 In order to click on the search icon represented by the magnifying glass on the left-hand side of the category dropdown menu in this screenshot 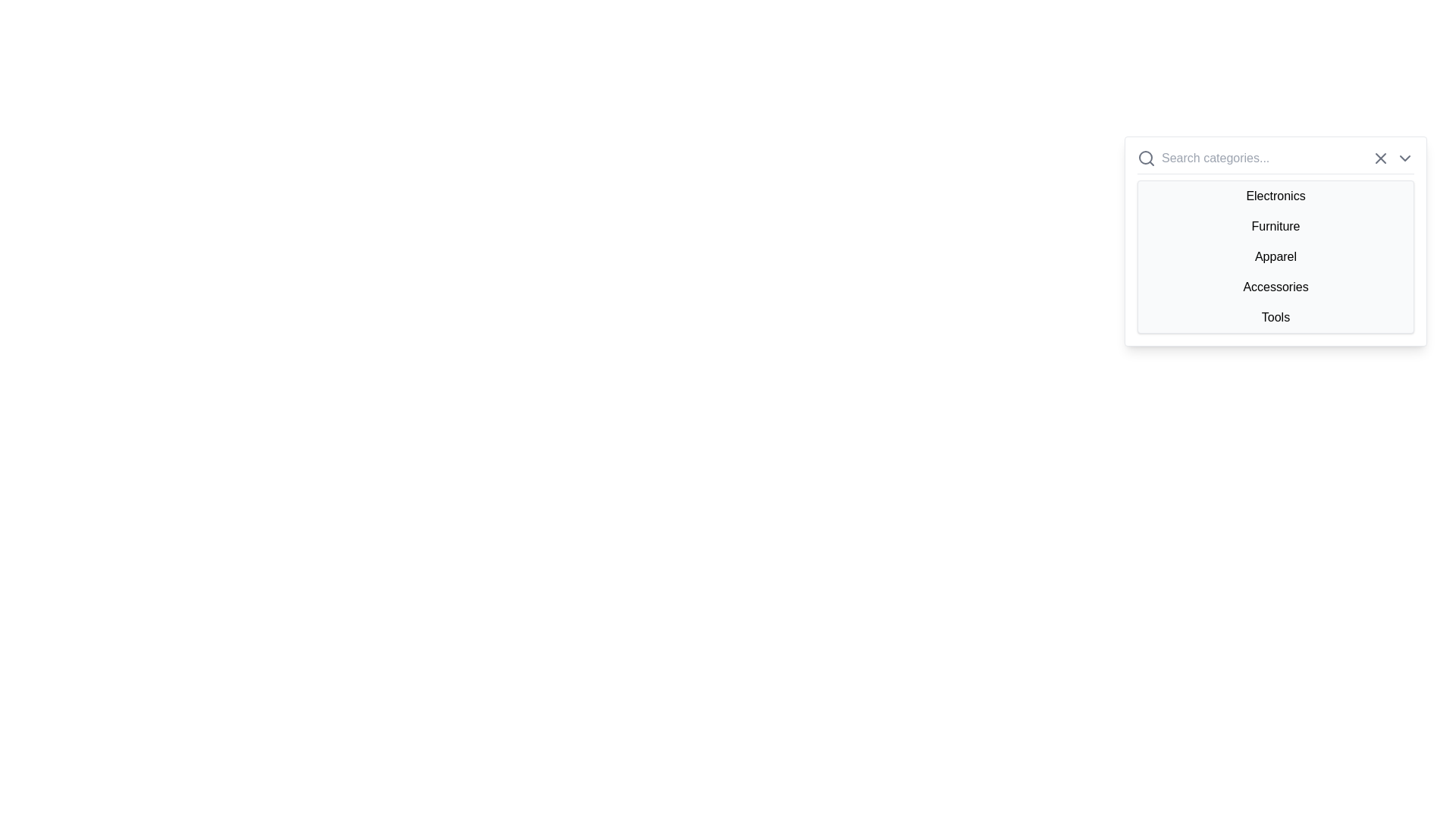, I will do `click(1146, 158)`.